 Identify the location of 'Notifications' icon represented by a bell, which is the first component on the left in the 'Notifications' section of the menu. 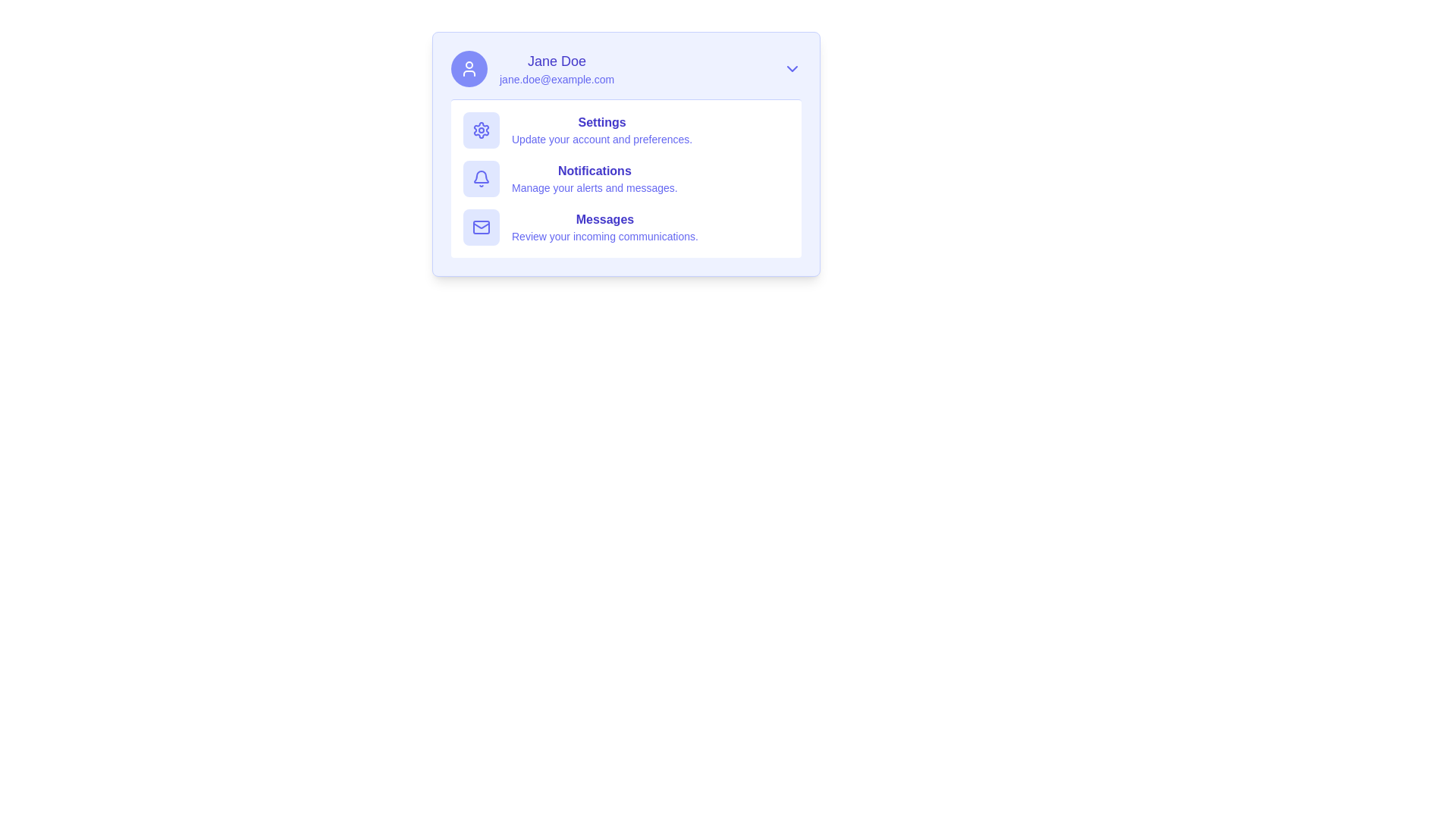
(480, 177).